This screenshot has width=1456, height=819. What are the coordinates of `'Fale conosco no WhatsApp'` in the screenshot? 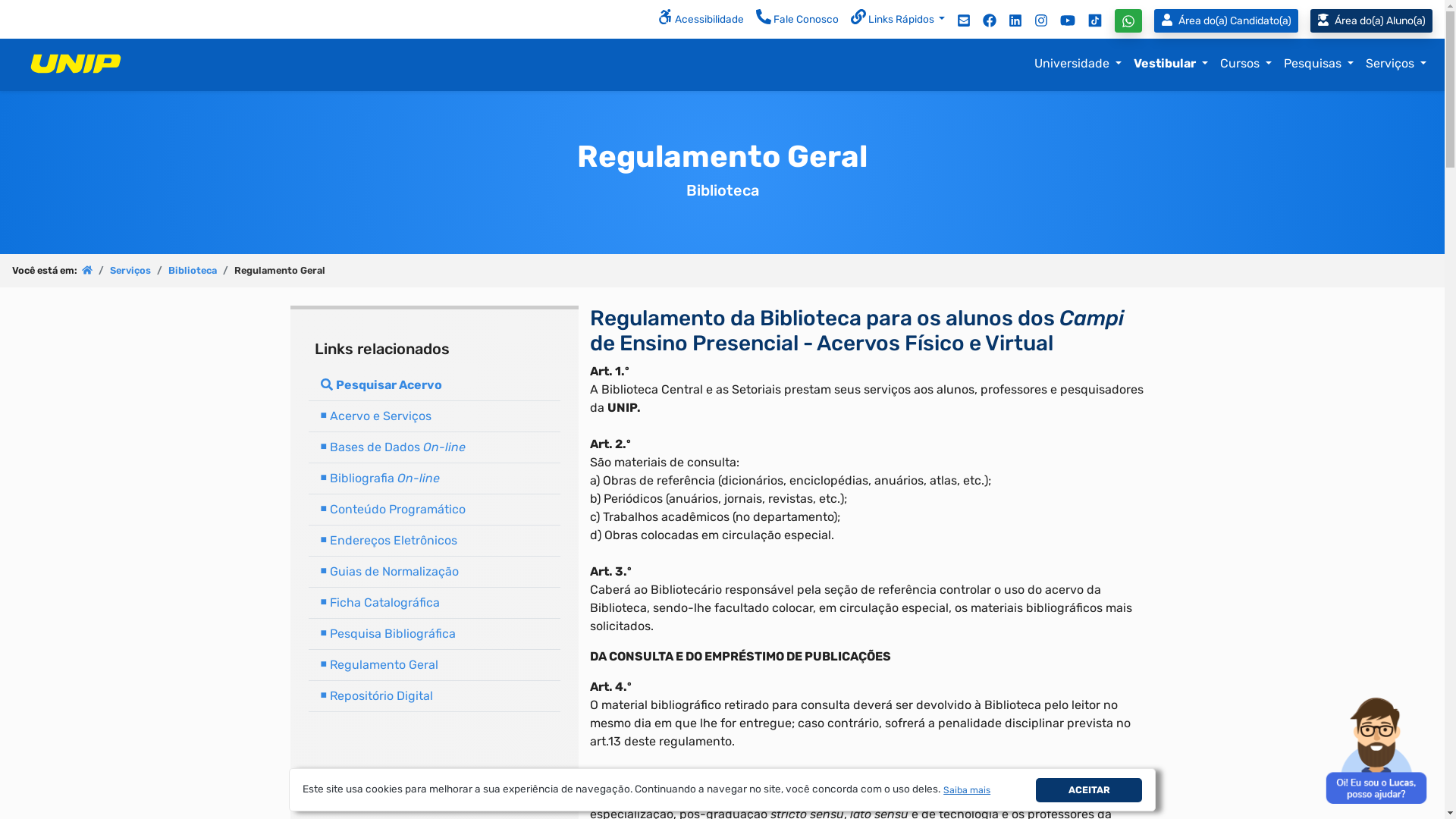 It's located at (1128, 20).